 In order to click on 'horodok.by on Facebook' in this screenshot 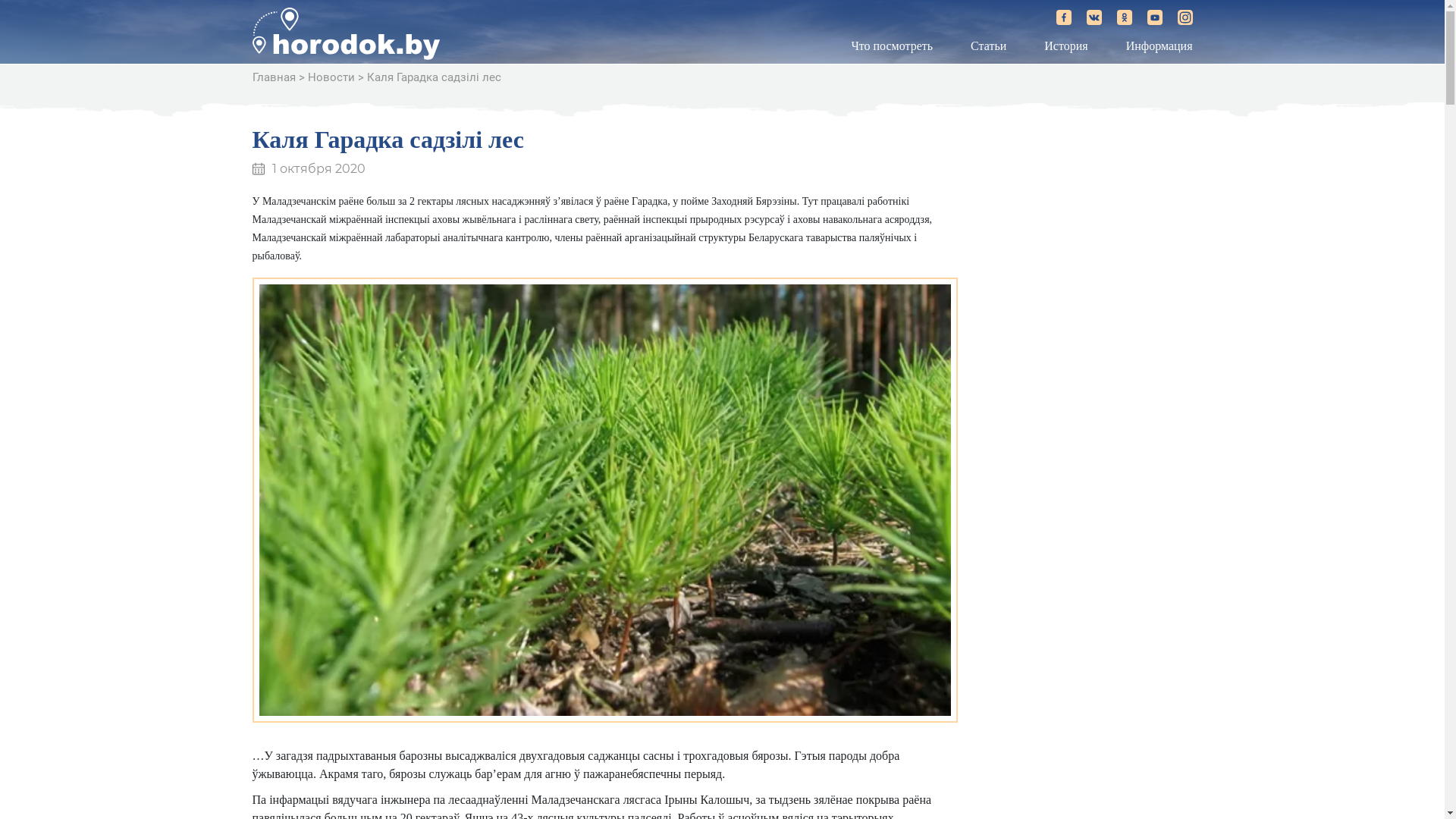, I will do `click(1062, 17)`.